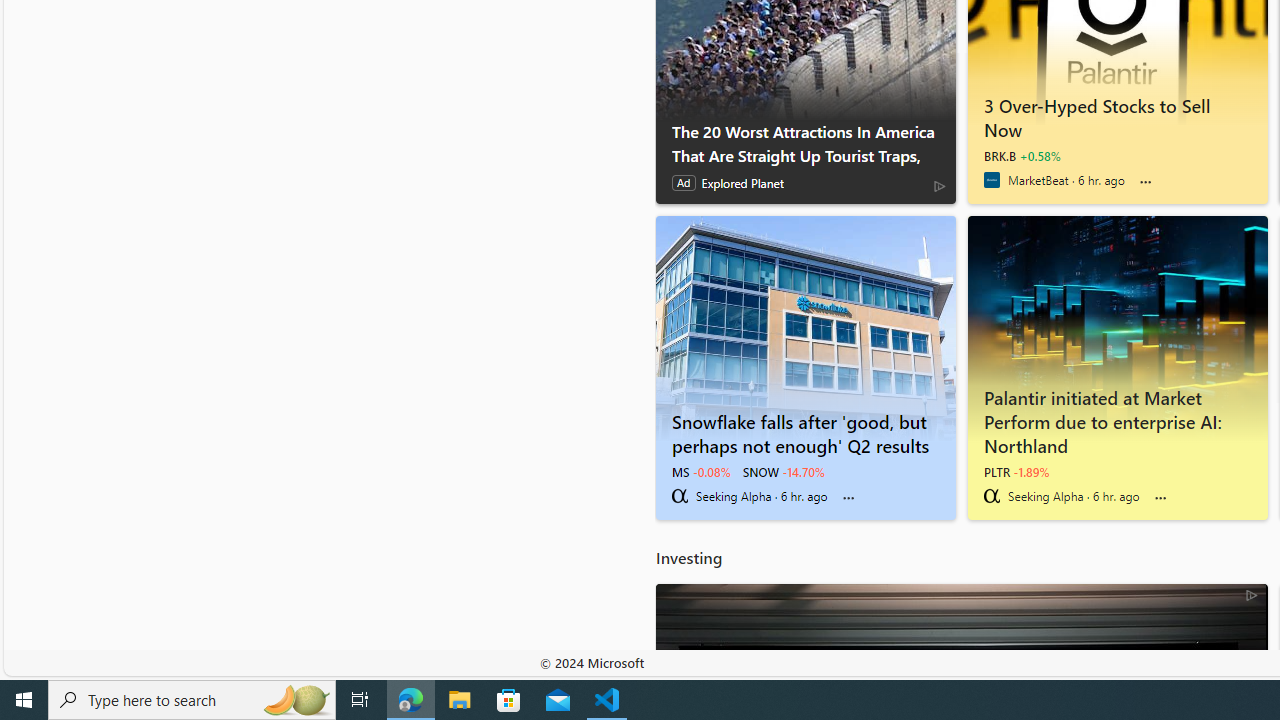 The width and height of the screenshot is (1280, 720). What do you see at coordinates (991, 495) in the screenshot?
I see `'Seeking Alpha'` at bounding box center [991, 495].